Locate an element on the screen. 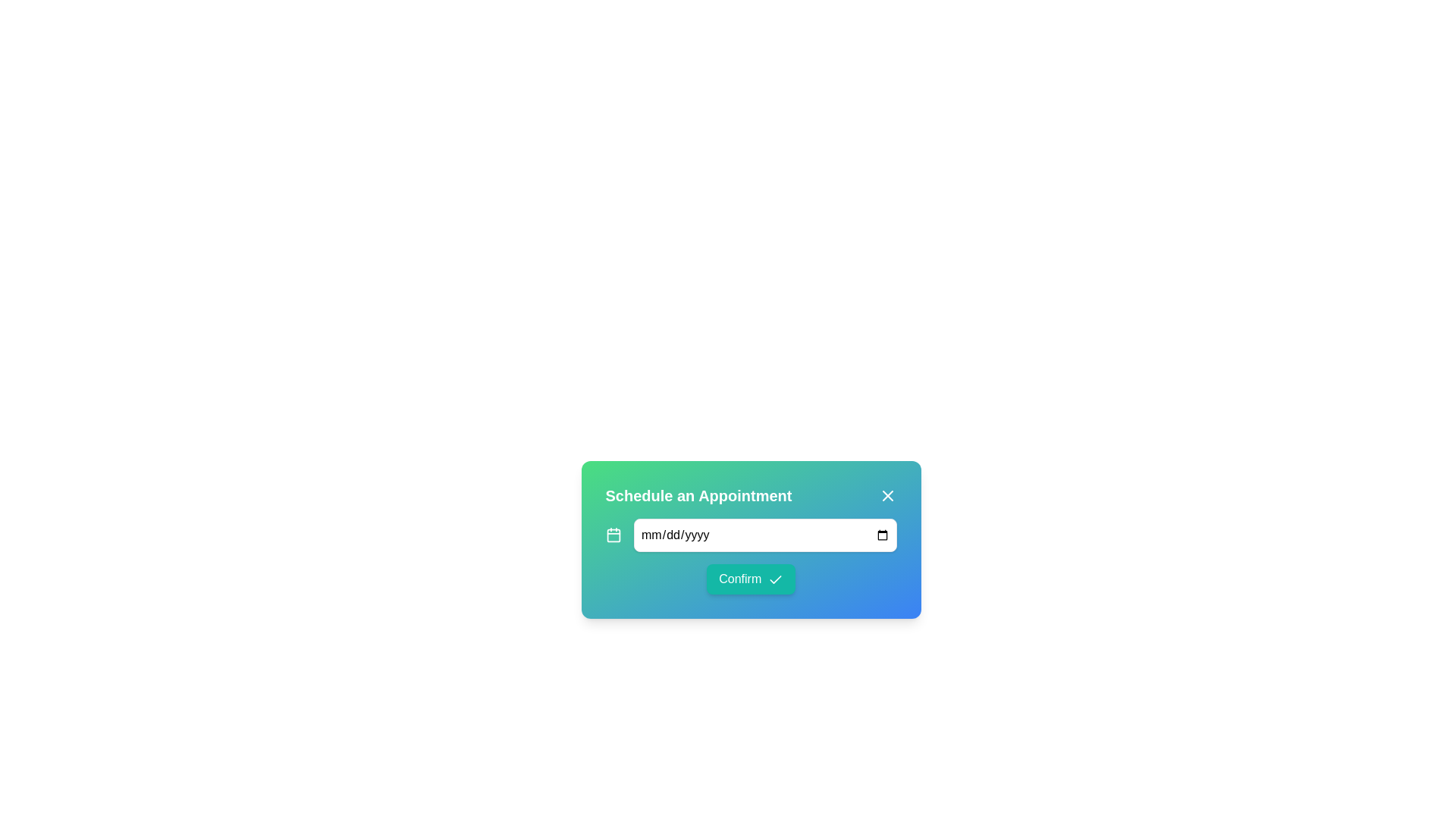 This screenshot has height=819, width=1456. the decorative confirmation icon located centrally inside the 'Confirm' button, which is below the date input field in the 'Schedule an Appointment' dialog box is located at coordinates (775, 579).